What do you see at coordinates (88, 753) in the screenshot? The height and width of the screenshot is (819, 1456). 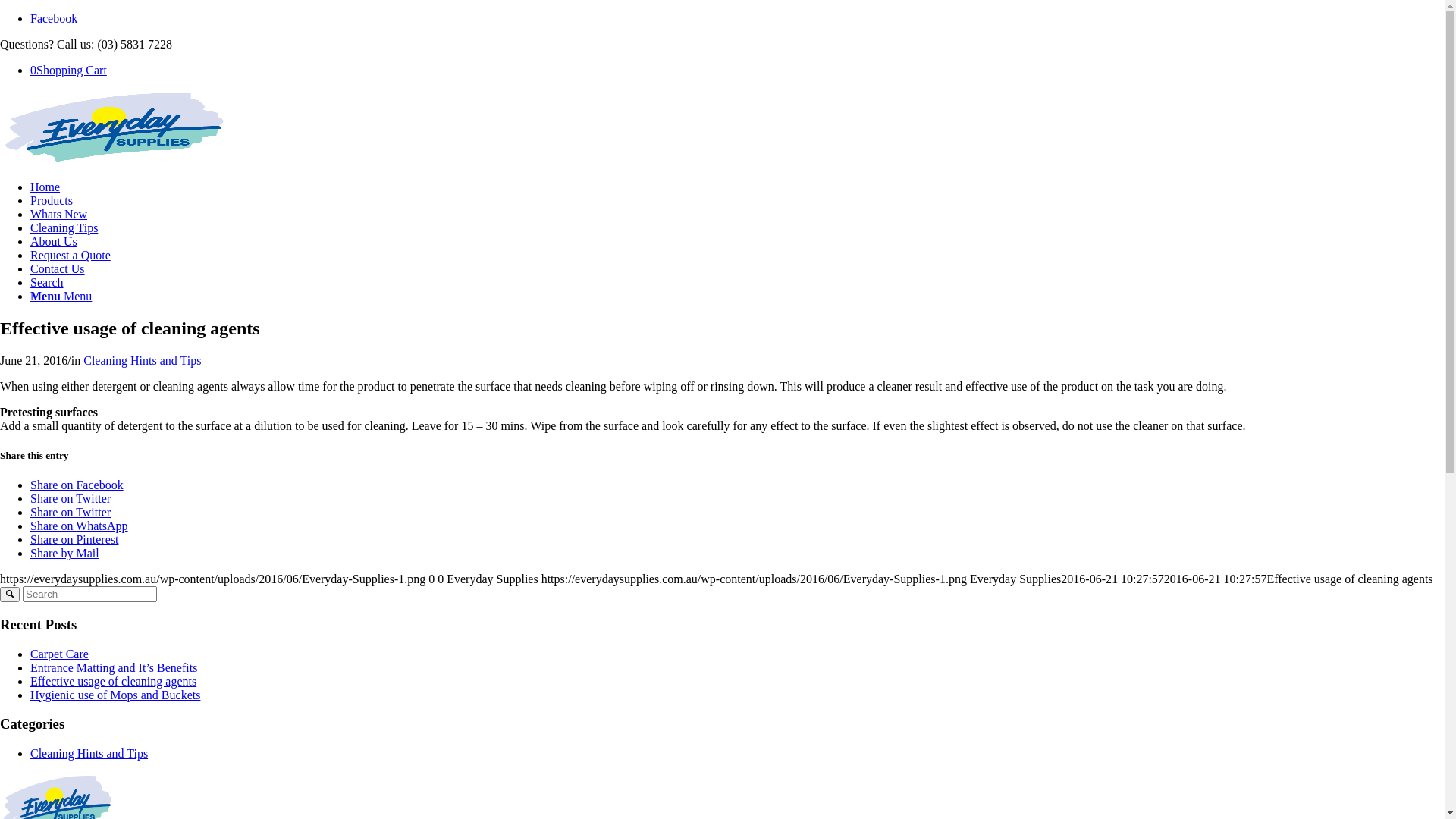 I see `'Cleaning Hints and Tips'` at bounding box center [88, 753].